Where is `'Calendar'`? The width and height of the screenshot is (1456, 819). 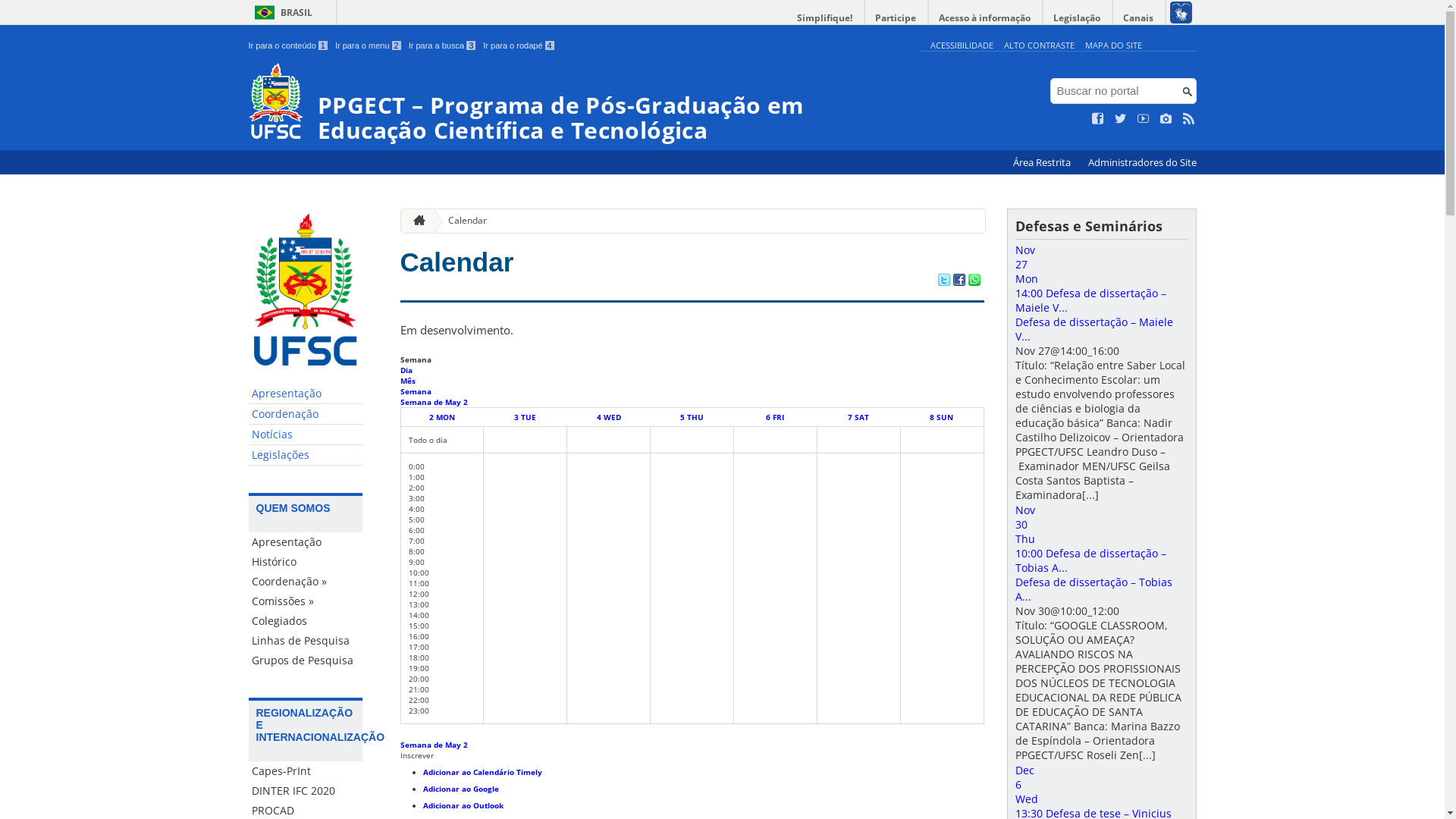 'Calendar' is located at coordinates (457, 261).